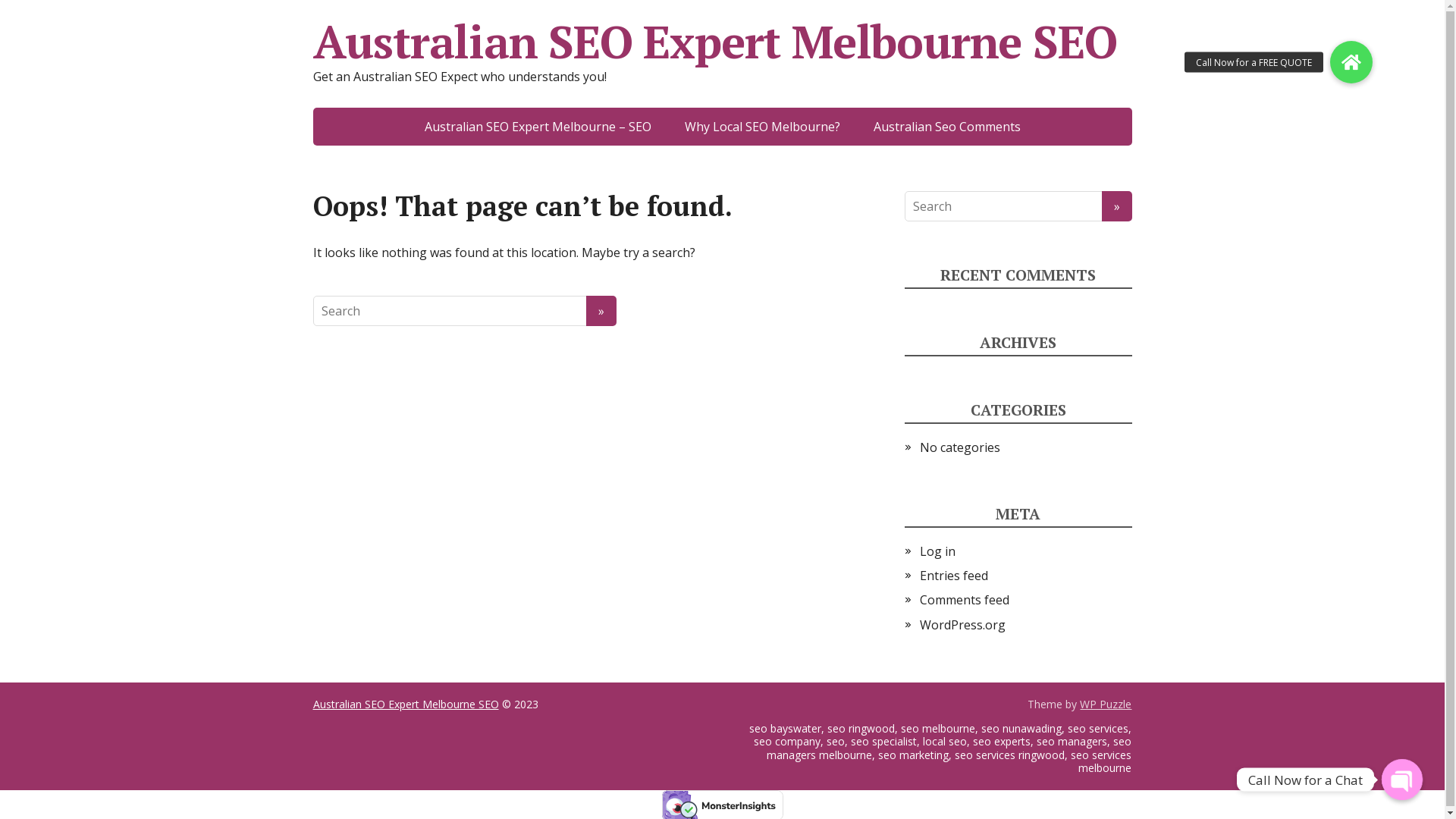 This screenshot has width=1456, height=819. Describe the element at coordinates (952, 576) in the screenshot. I see `'Entries feed'` at that location.